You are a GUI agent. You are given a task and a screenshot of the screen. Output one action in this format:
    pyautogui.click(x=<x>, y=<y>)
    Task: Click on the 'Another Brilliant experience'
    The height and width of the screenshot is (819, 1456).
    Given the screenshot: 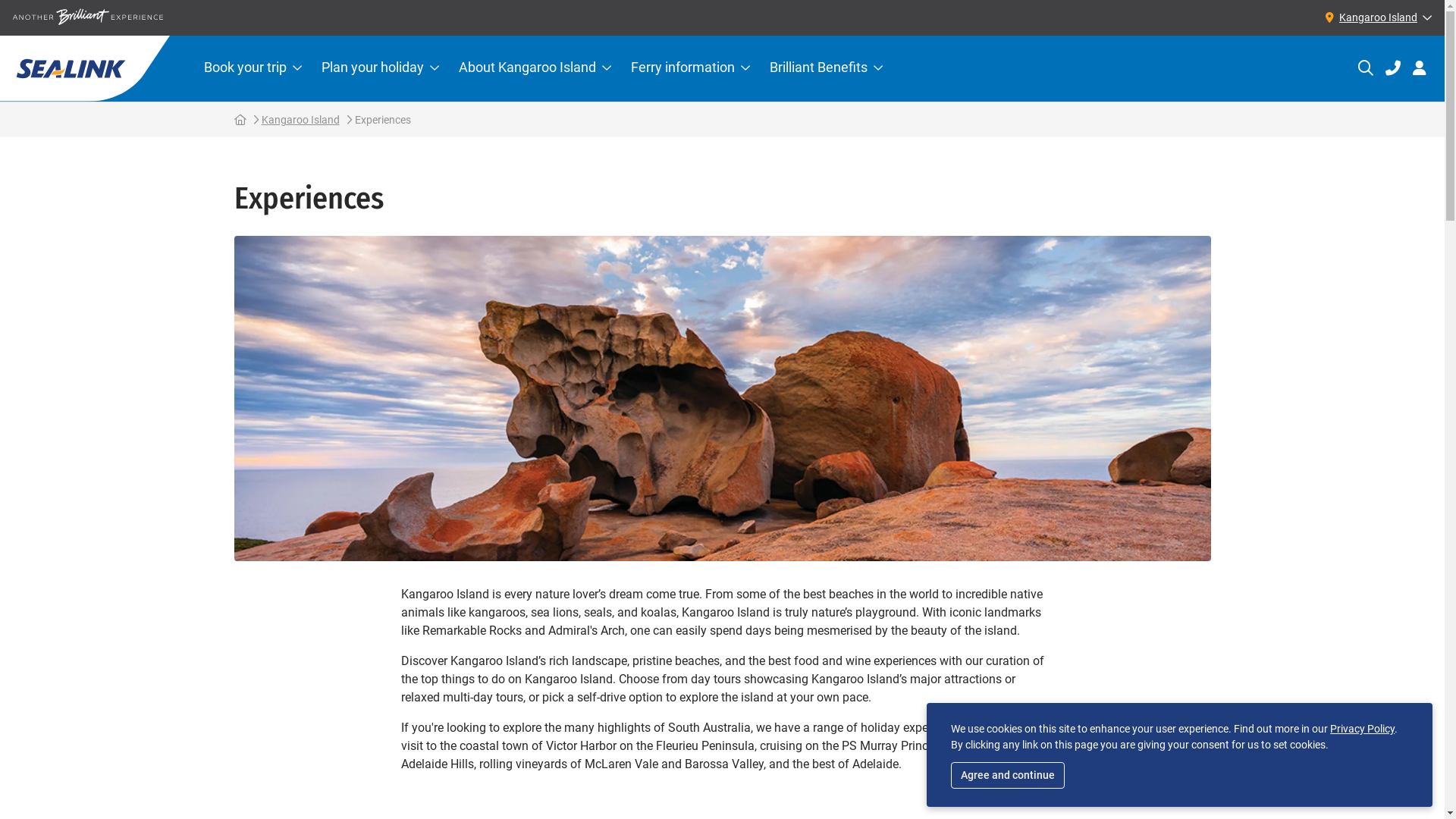 What is the action you would take?
    pyautogui.click(x=86, y=17)
    